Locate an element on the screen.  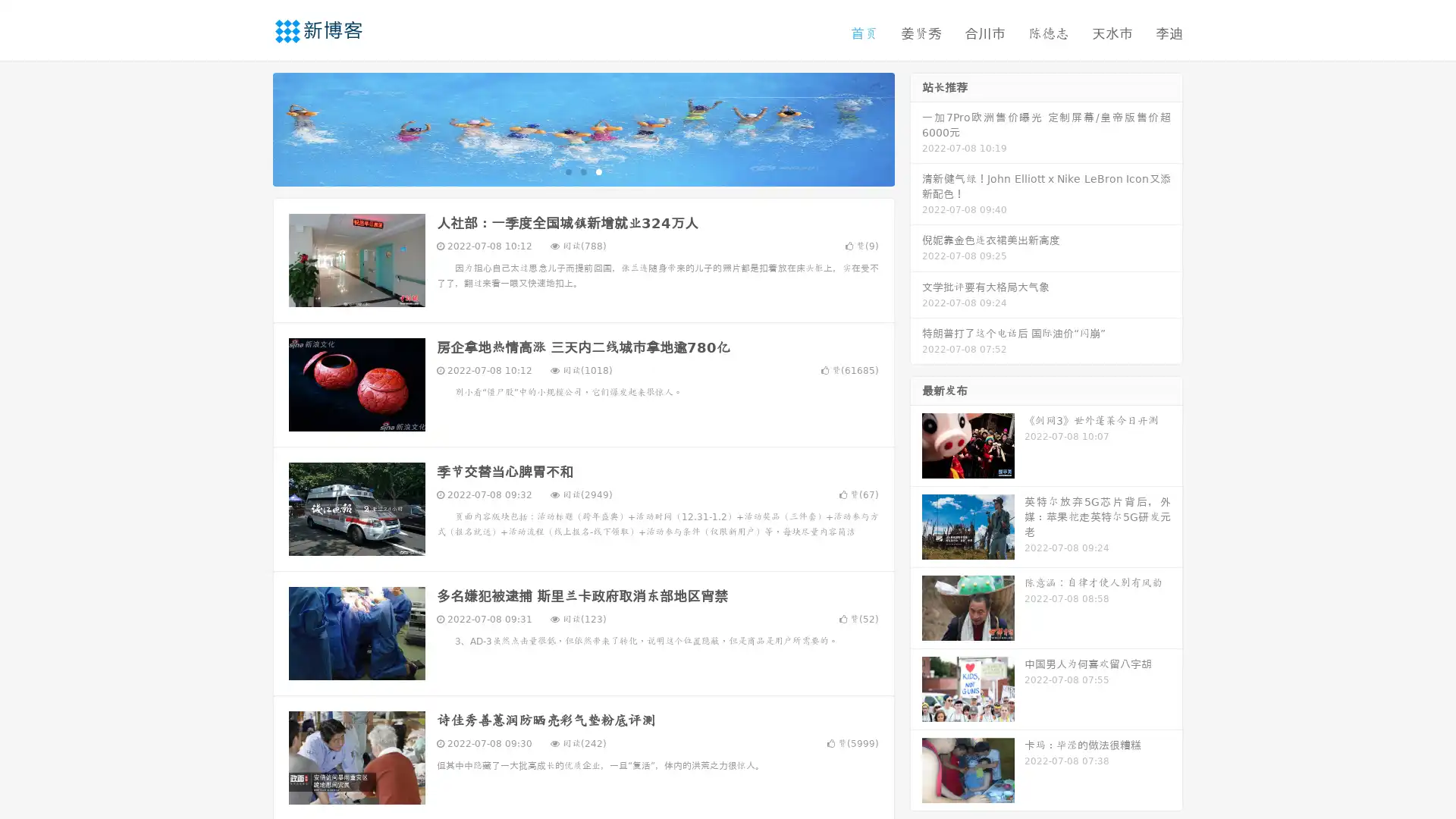
Go to slide 2 is located at coordinates (582, 171).